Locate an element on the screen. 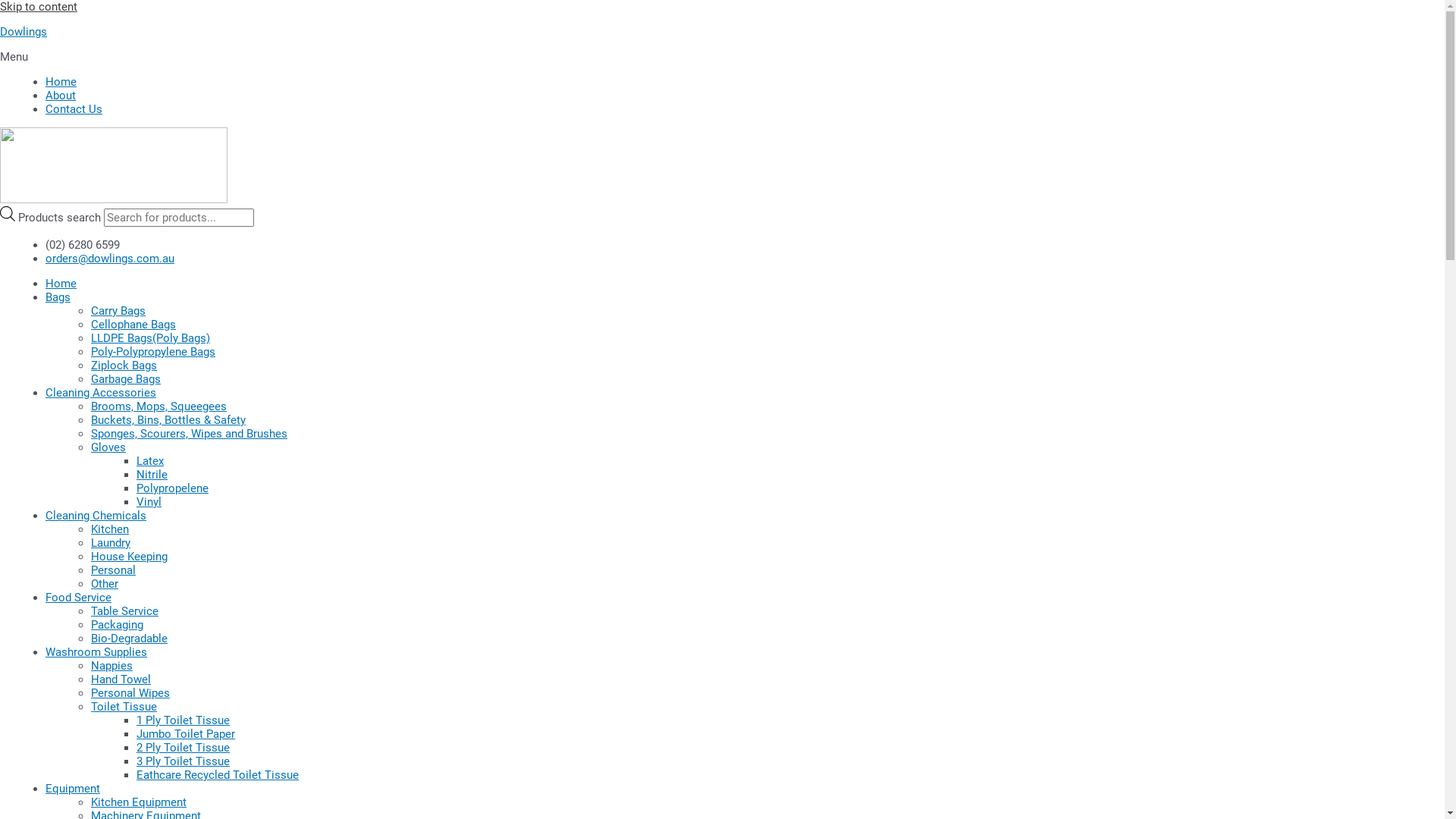 The image size is (1456, 819). 'Brooms, Mops, Squeegees' is located at coordinates (158, 406).